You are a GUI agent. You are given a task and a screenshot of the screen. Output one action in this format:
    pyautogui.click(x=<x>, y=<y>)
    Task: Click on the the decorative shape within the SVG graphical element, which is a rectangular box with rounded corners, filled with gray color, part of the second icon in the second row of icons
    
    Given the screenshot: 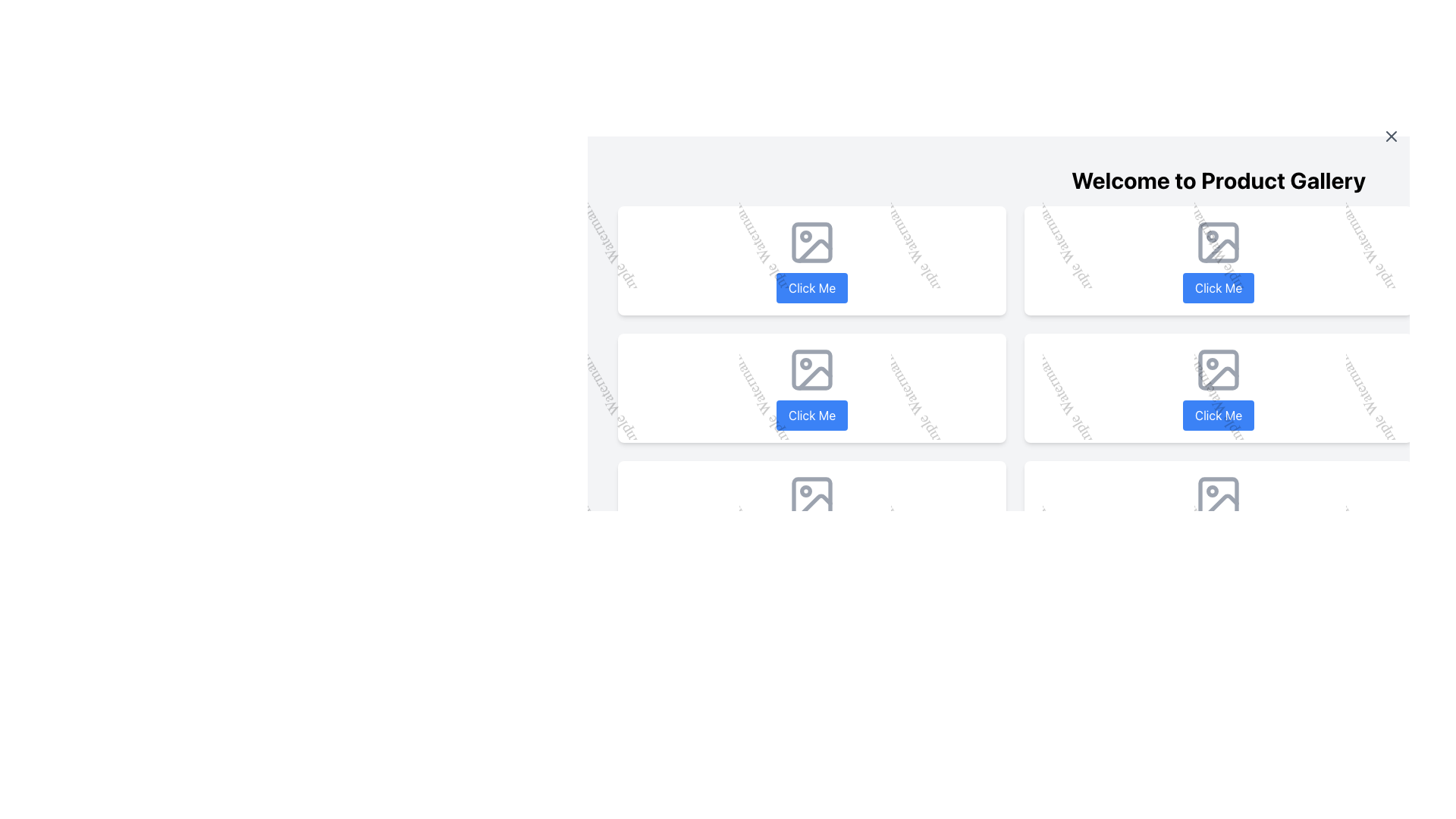 What is the action you would take?
    pyautogui.click(x=811, y=370)
    